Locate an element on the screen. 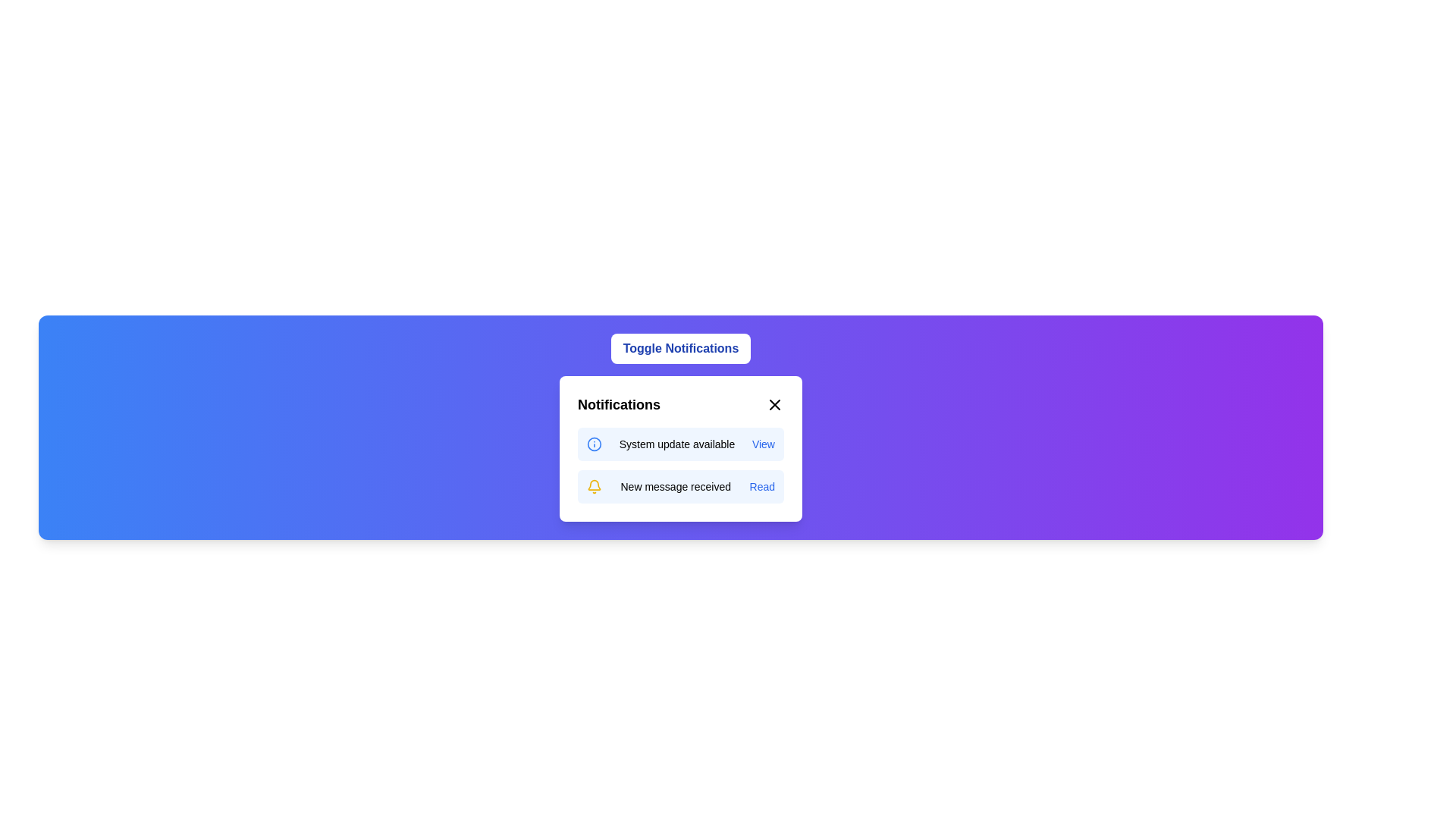  the clickable link at the top-right corner of the notification card that allows the user to mark a message as read or view the new message content is located at coordinates (762, 486).